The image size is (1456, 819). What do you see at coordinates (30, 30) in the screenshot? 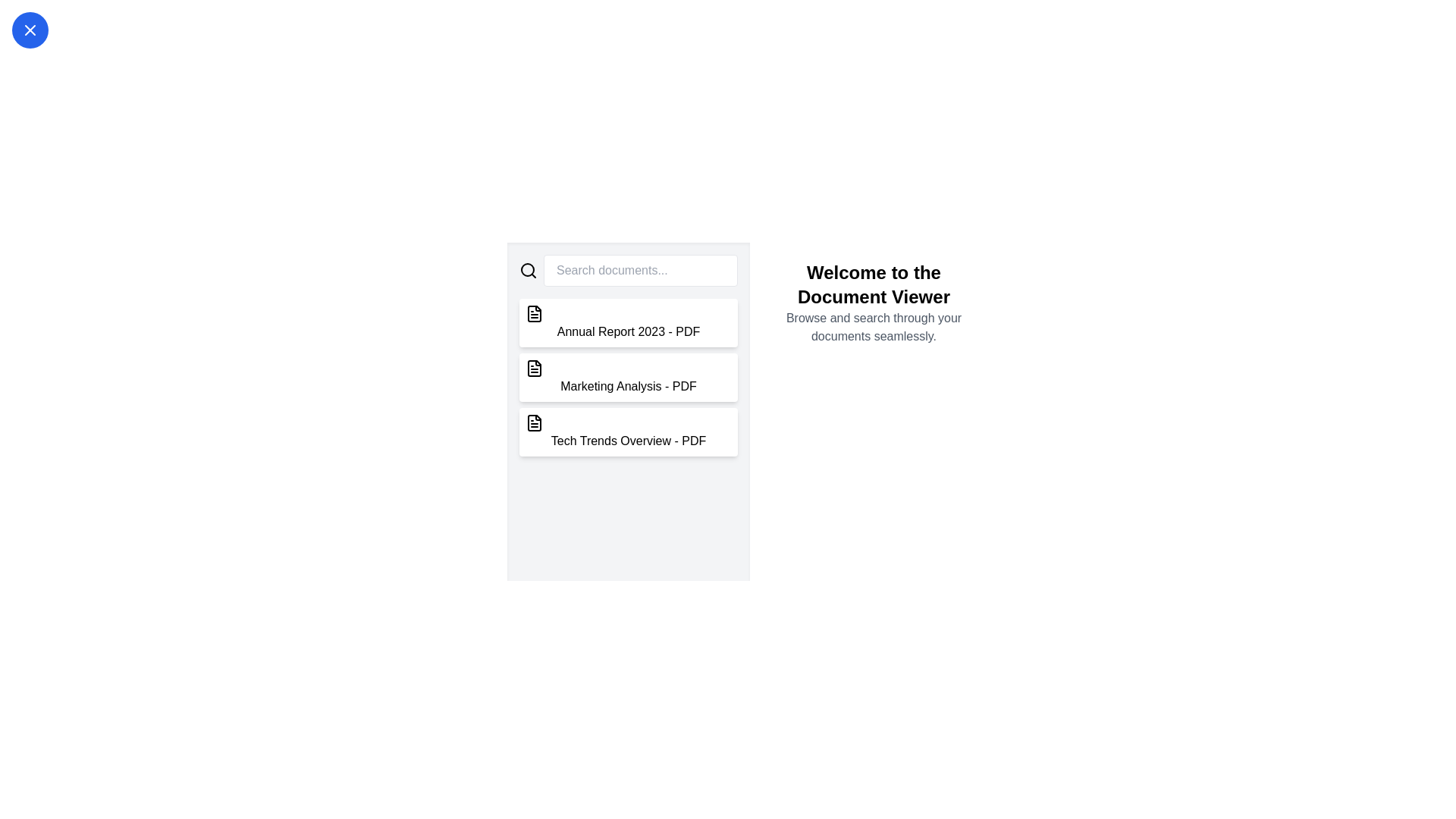
I see `the button to toggle the drawer visibility` at bounding box center [30, 30].